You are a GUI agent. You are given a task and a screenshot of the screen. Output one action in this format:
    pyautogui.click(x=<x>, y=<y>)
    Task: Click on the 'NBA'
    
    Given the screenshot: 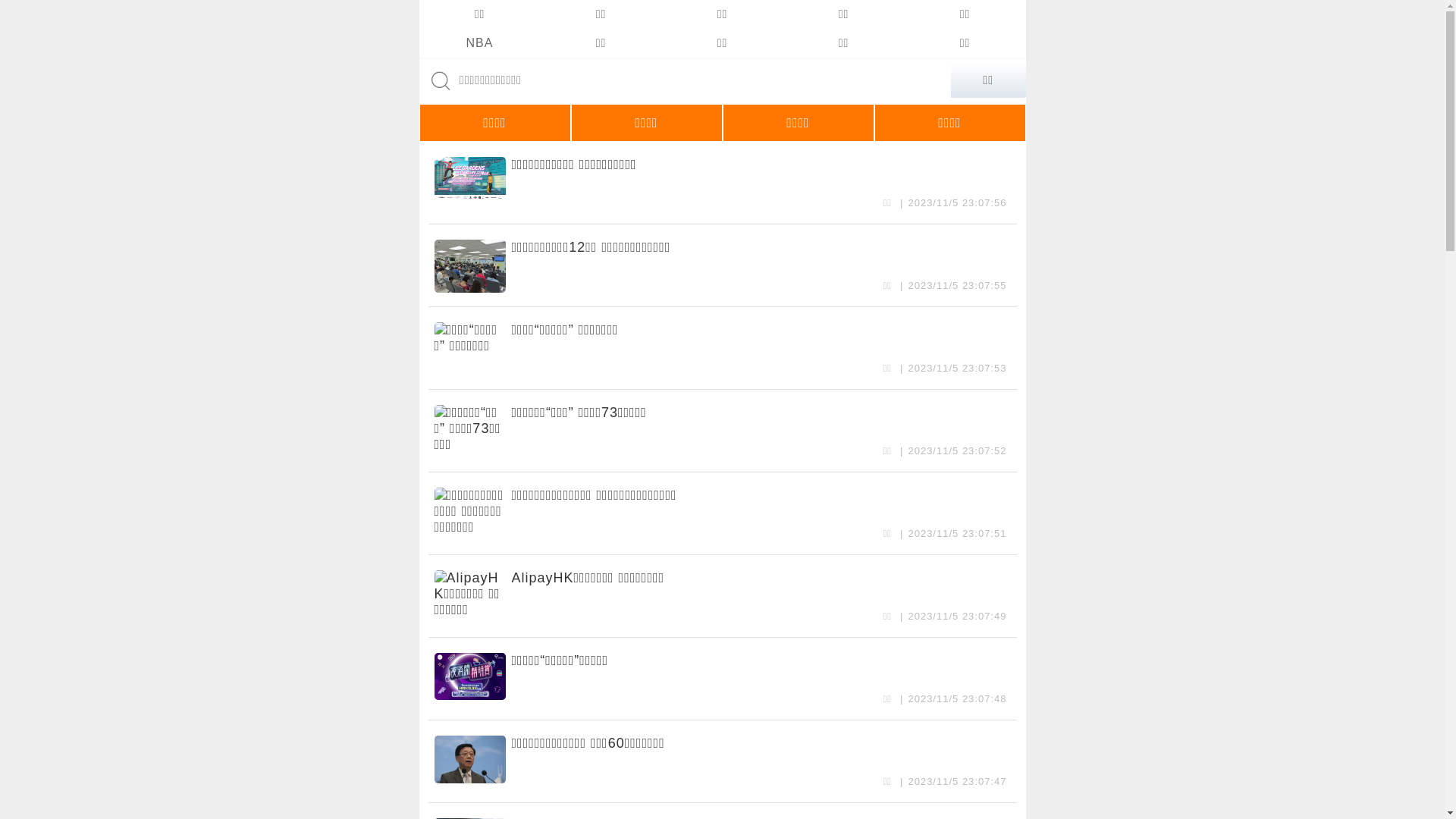 What is the action you would take?
    pyautogui.click(x=479, y=42)
    